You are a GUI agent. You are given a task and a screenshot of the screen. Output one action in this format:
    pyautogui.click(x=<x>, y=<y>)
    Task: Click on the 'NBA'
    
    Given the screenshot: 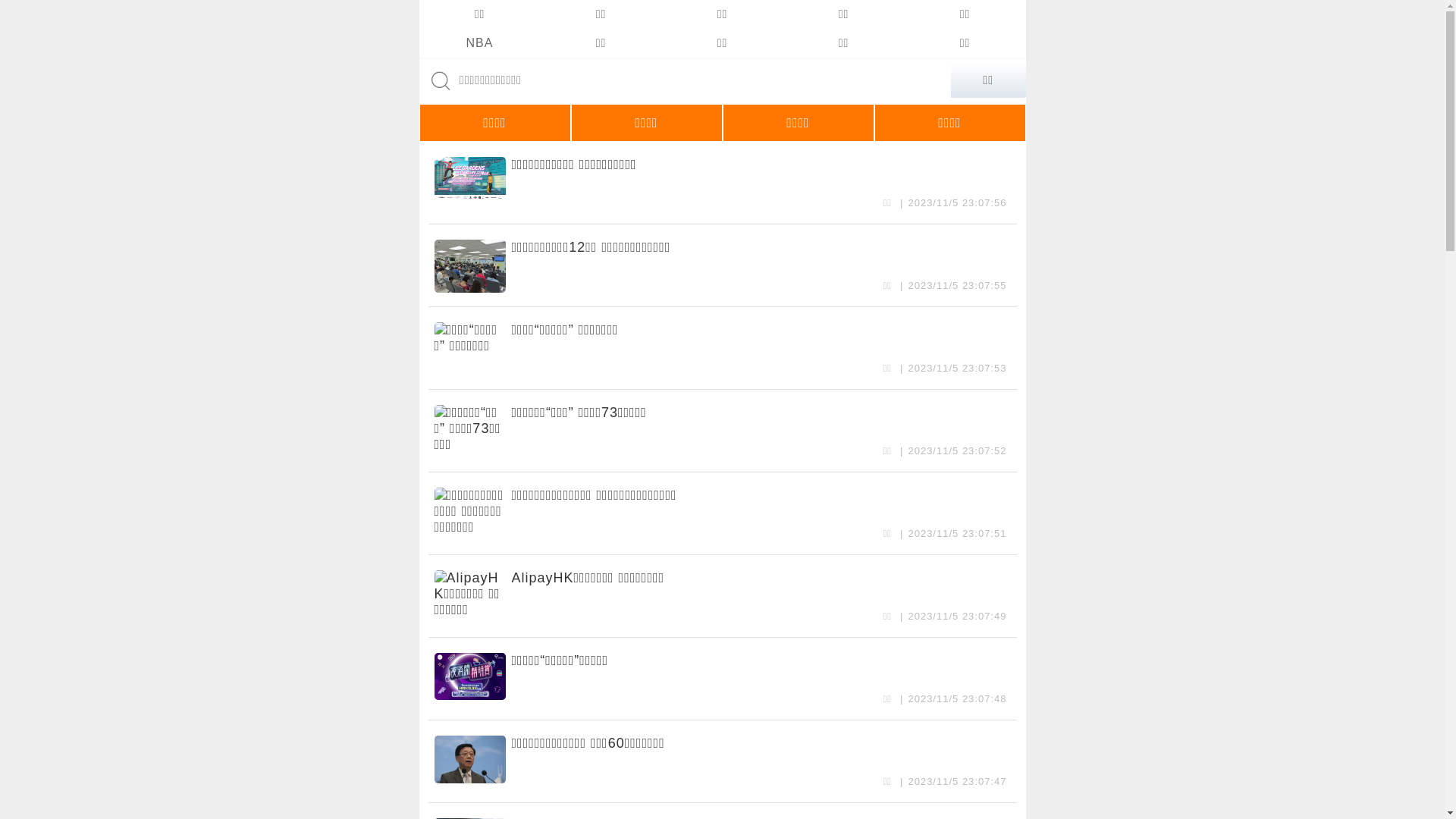 What is the action you would take?
    pyautogui.click(x=479, y=42)
    